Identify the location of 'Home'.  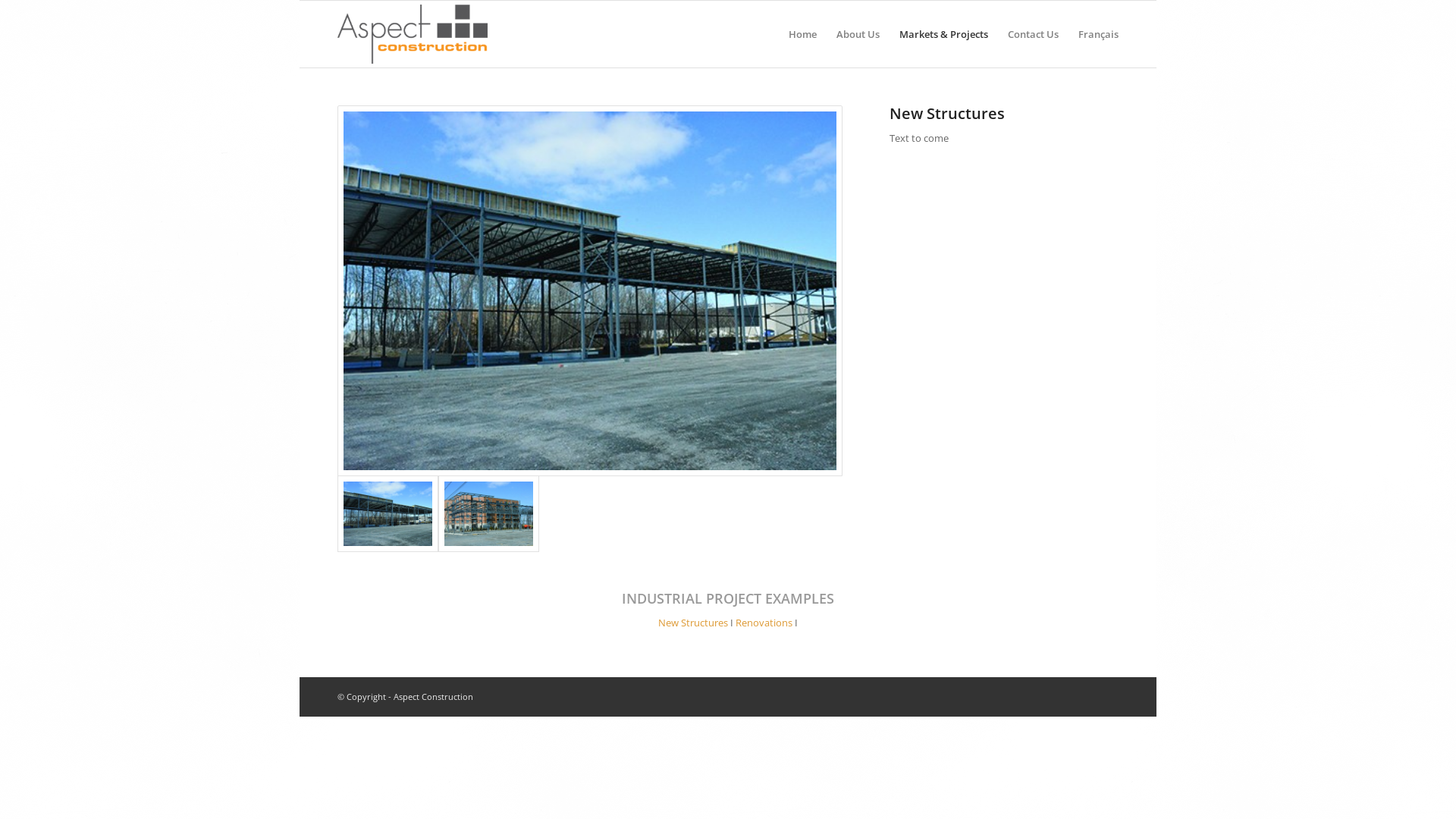
(802, 34).